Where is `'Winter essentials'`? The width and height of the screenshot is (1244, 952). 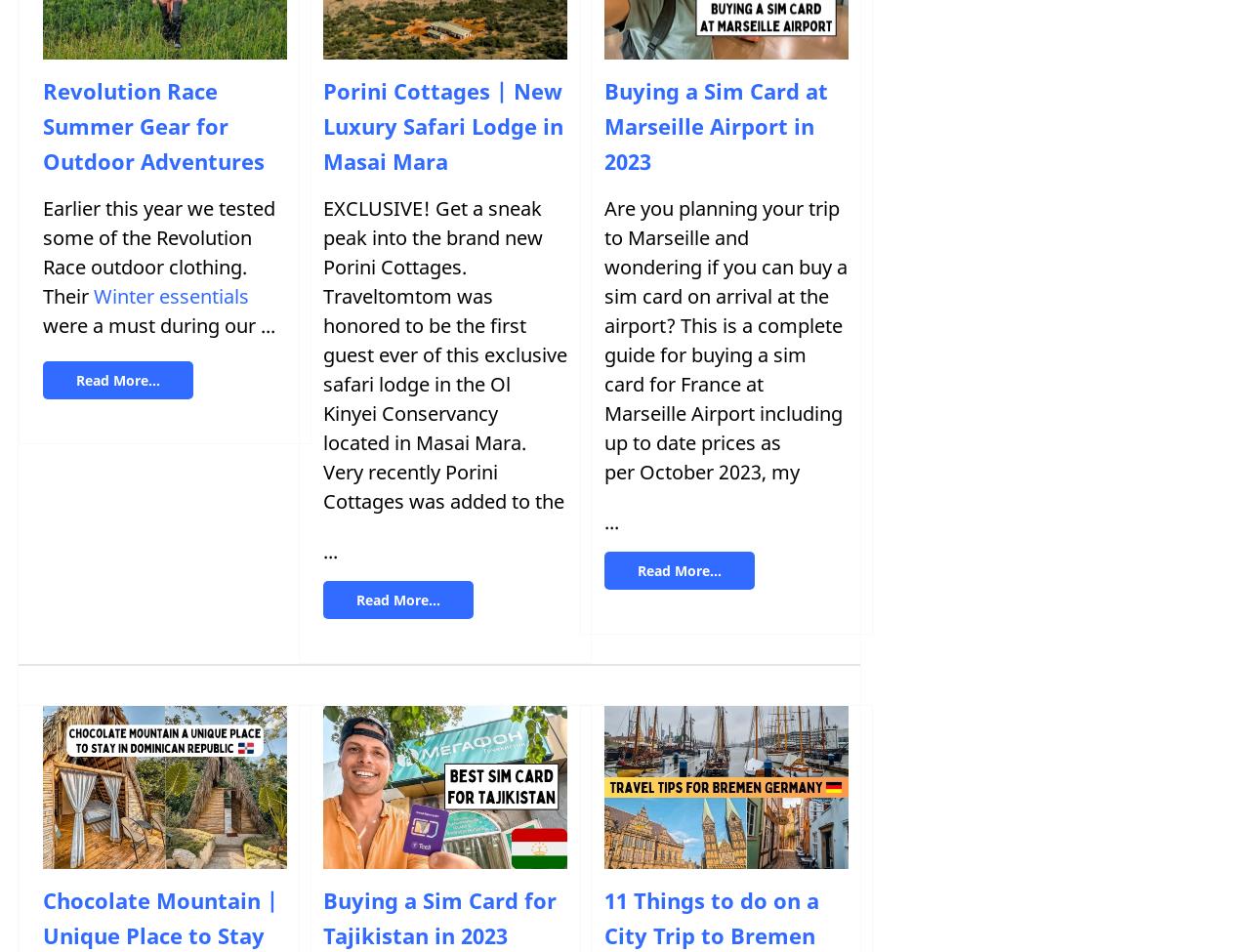
'Winter essentials' is located at coordinates (170, 295).